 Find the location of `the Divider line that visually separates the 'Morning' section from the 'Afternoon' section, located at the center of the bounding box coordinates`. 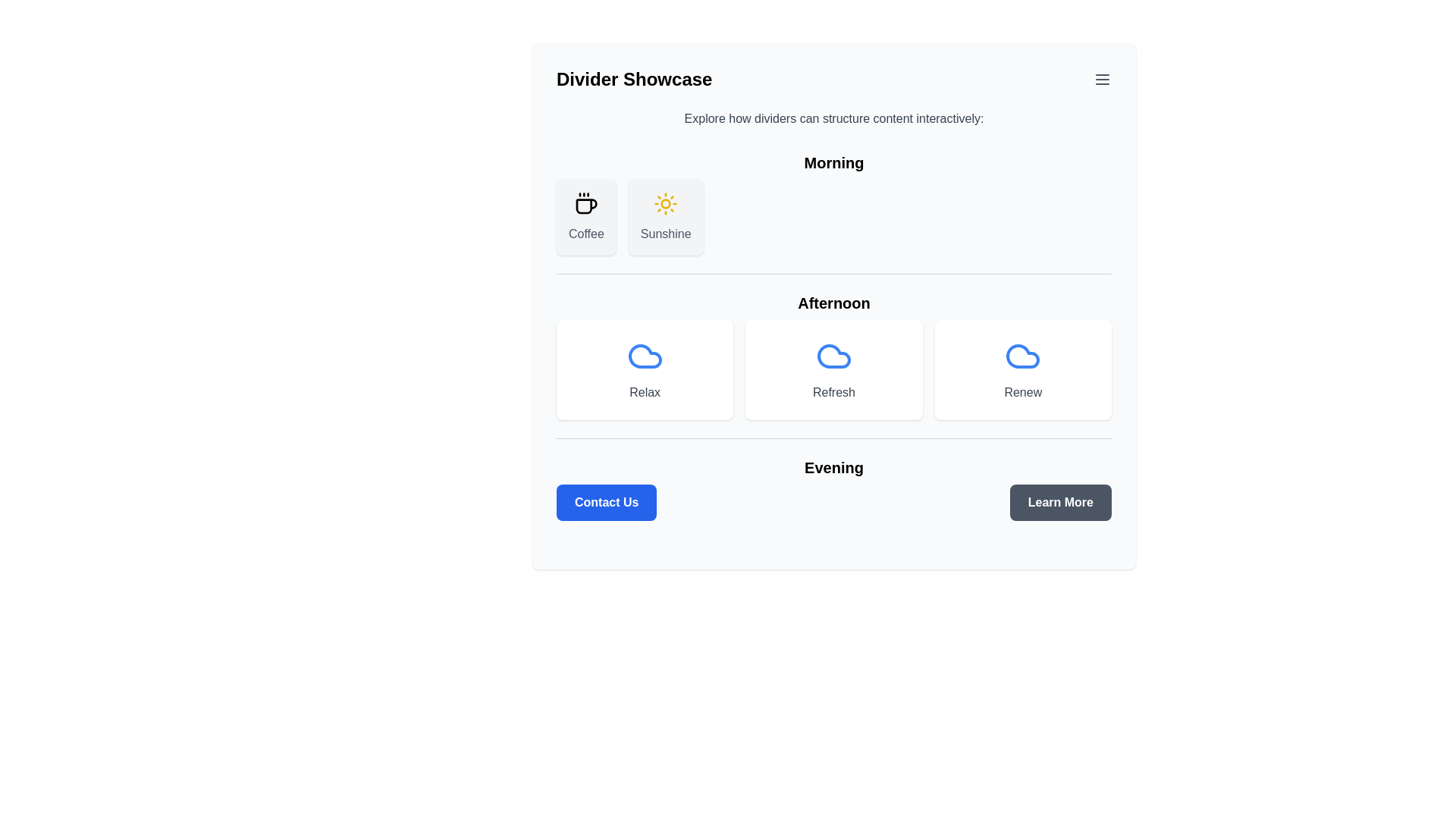

the Divider line that visually separates the 'Morning' section from the 'Afternoon' section, located at the center of the bounding box coordinates is located at coordinates (833, 274).